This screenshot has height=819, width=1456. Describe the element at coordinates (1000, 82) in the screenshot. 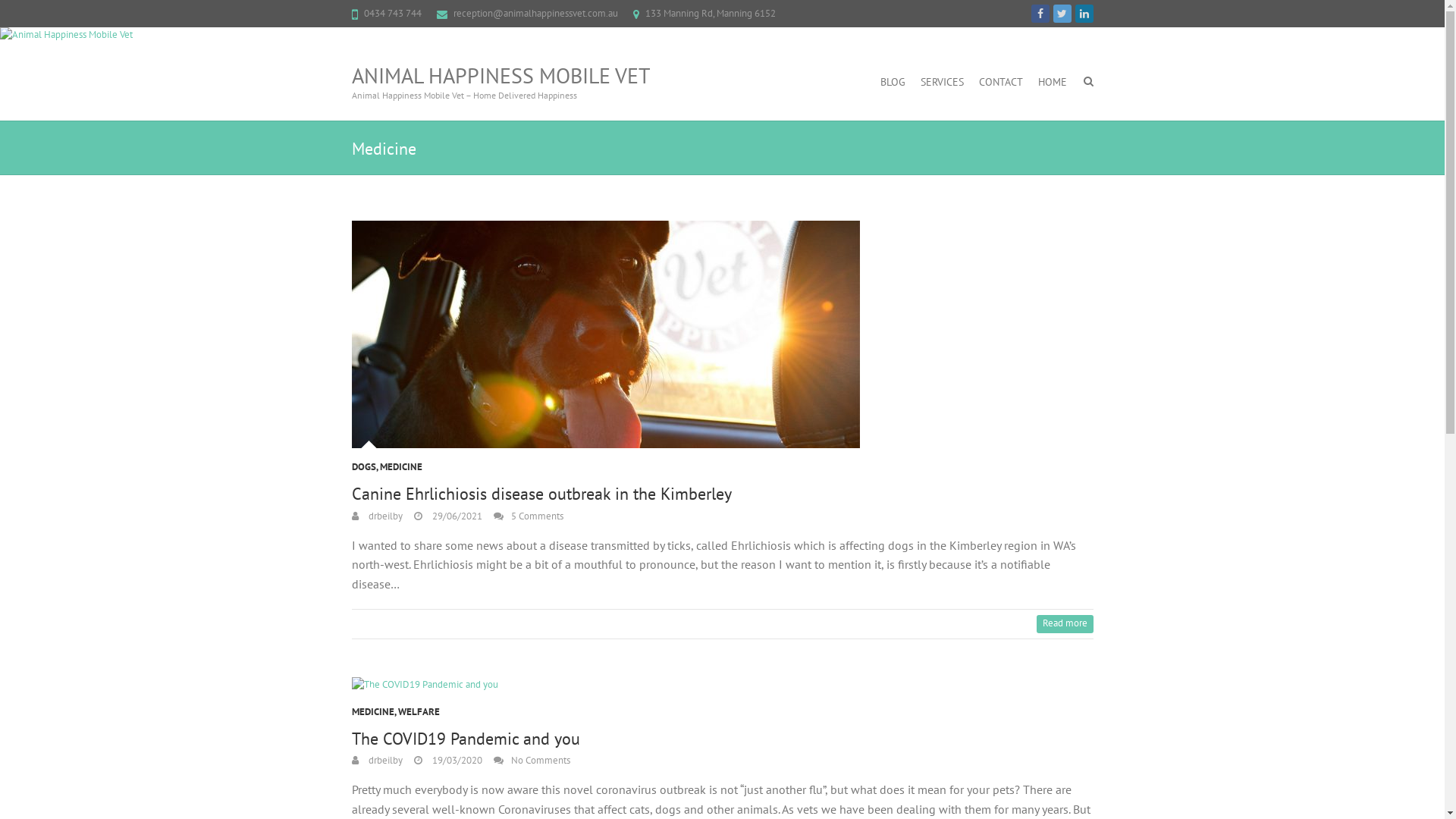

I see `'CONTACT'` at that location.